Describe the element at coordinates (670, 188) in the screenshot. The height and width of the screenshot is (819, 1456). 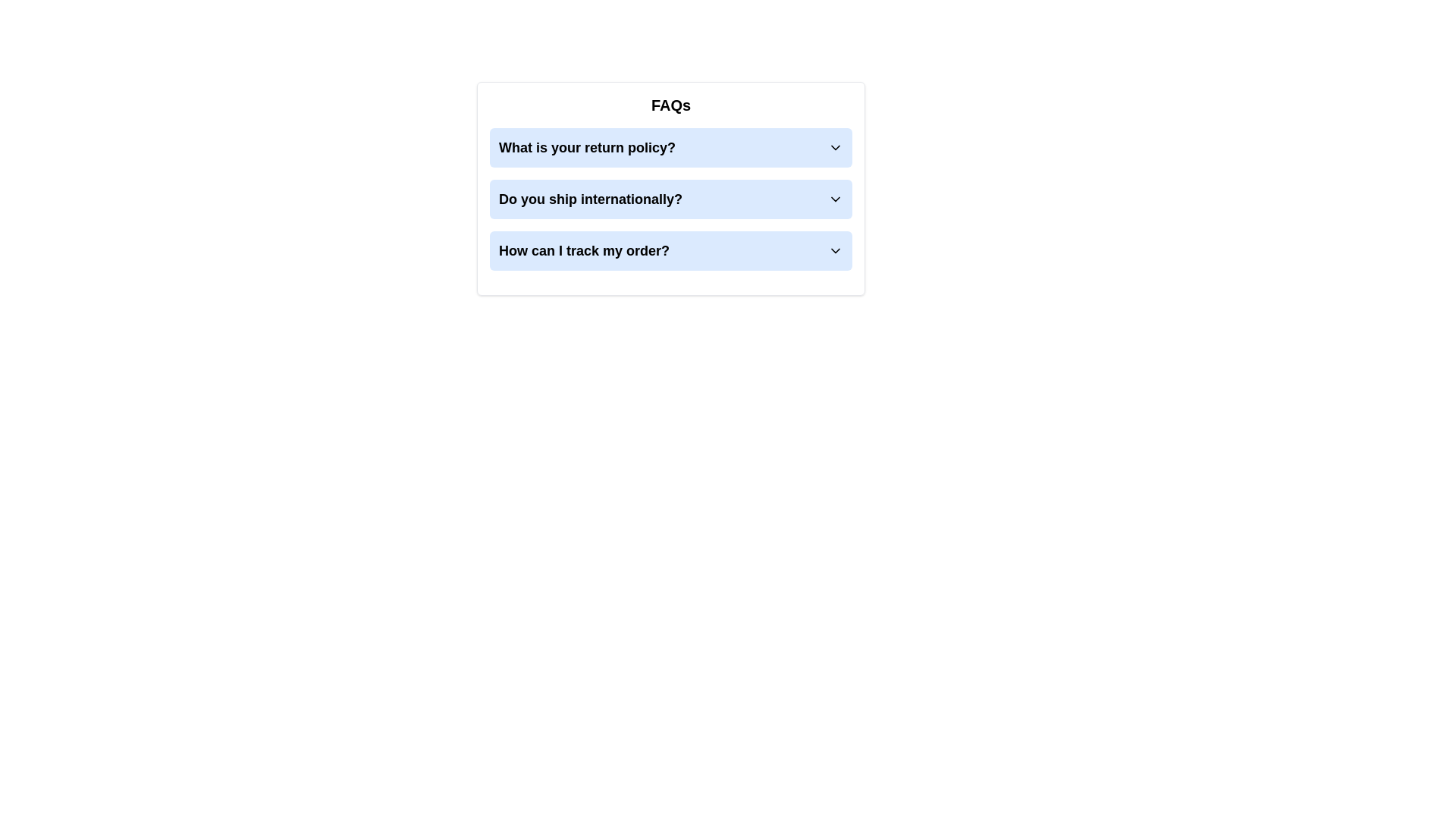
I see `the FAQ section element` at that location.